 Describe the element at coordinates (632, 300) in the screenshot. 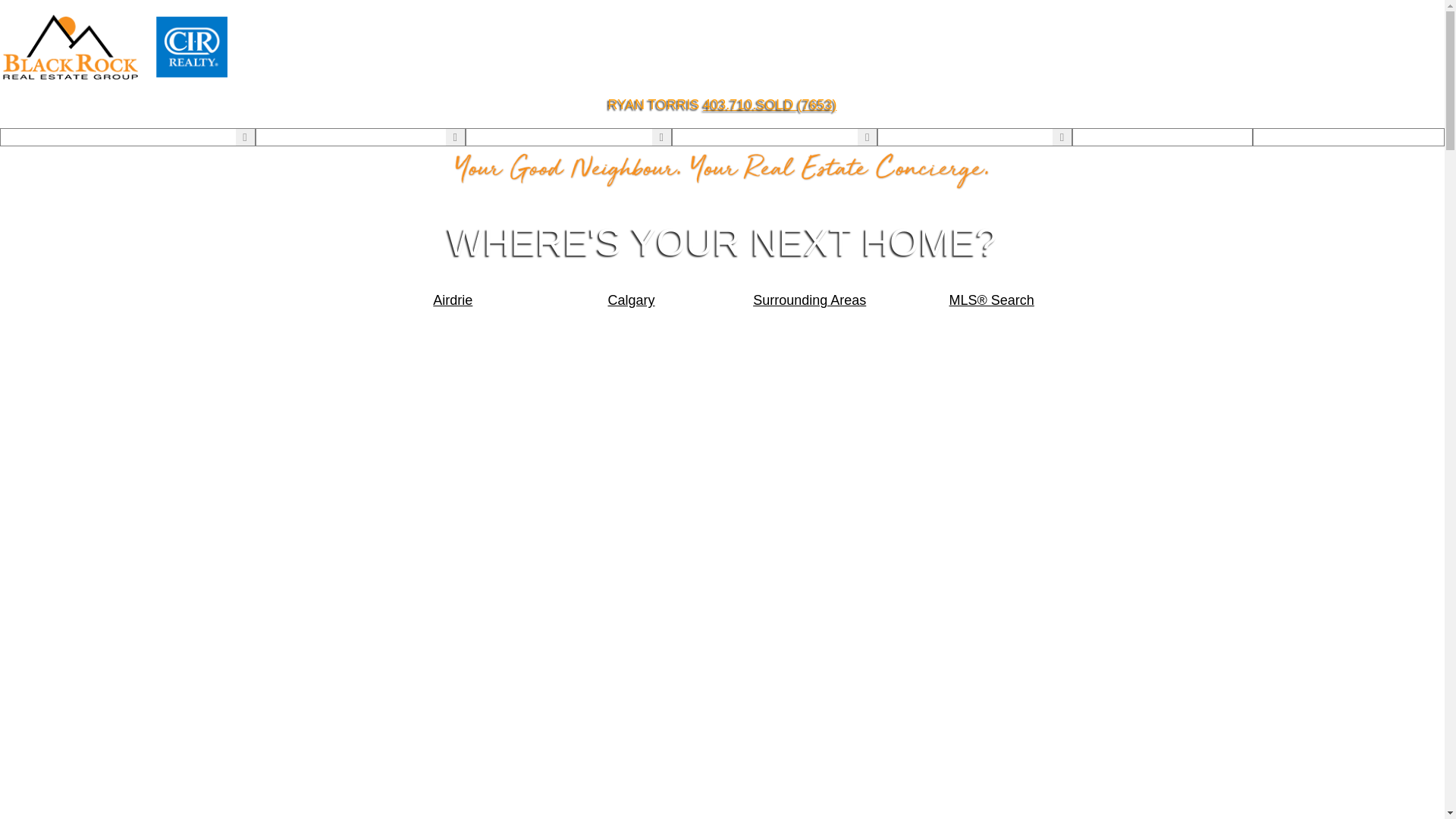

I see `'Calgary'` at that location.